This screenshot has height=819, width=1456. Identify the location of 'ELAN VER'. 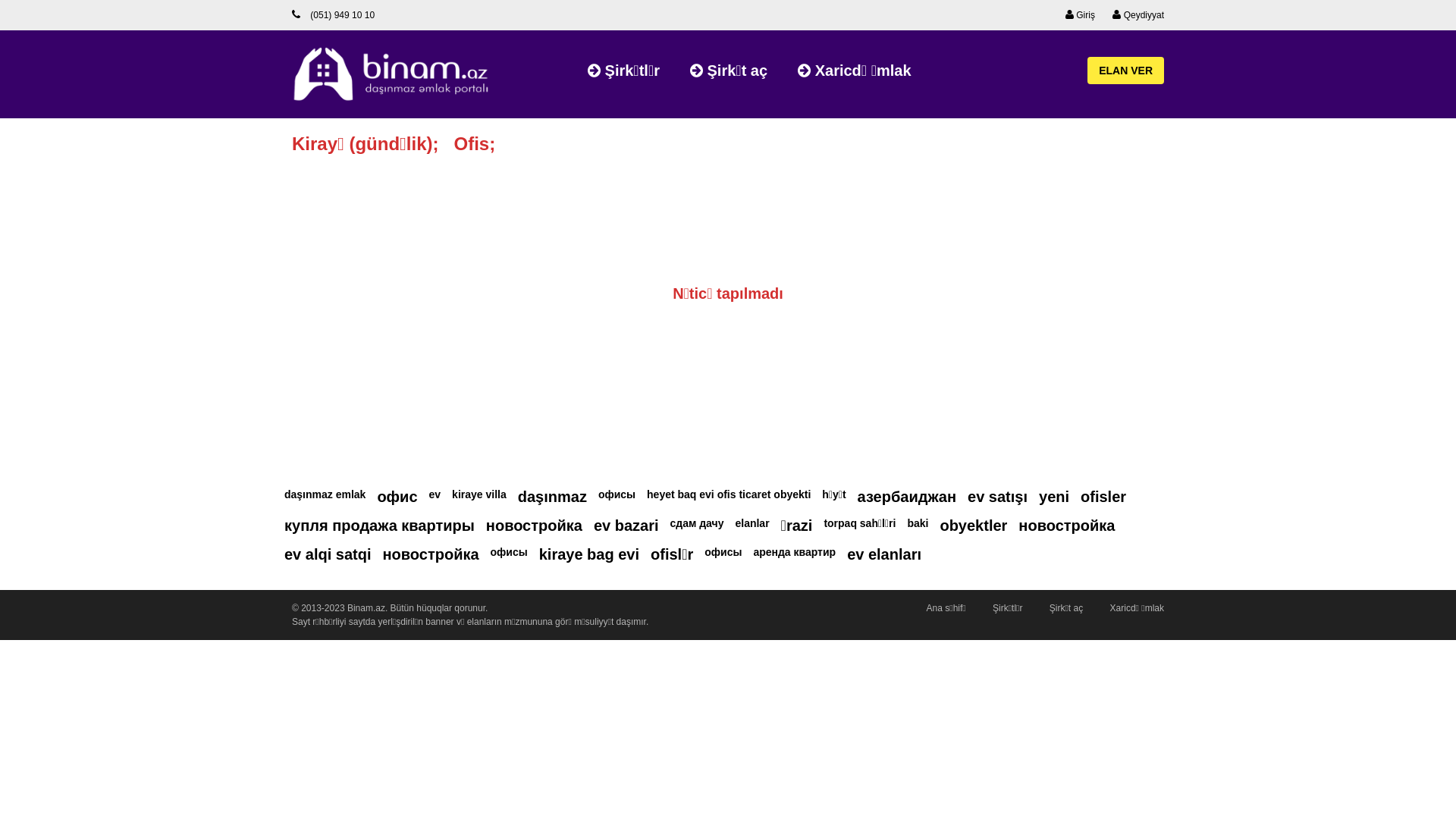
(1125, 70).